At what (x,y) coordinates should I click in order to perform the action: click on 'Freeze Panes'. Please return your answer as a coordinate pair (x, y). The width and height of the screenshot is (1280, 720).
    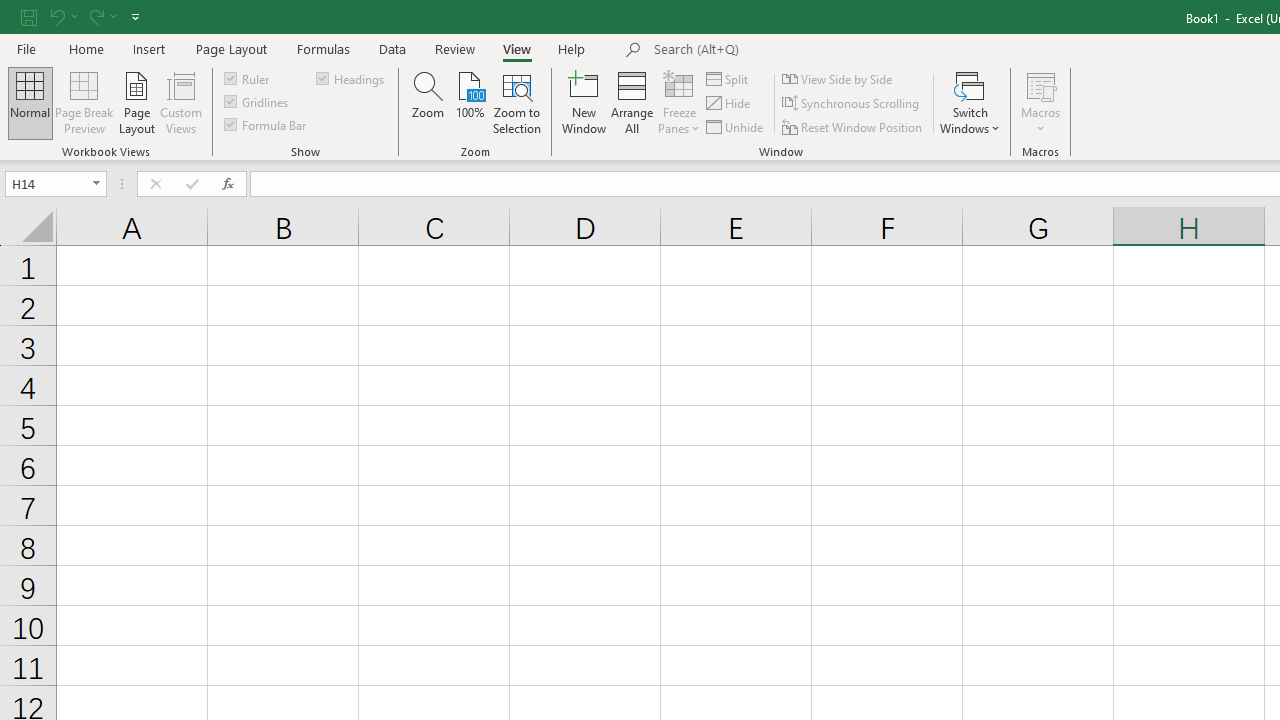
    Looking at the image, I should click on (679, 103).